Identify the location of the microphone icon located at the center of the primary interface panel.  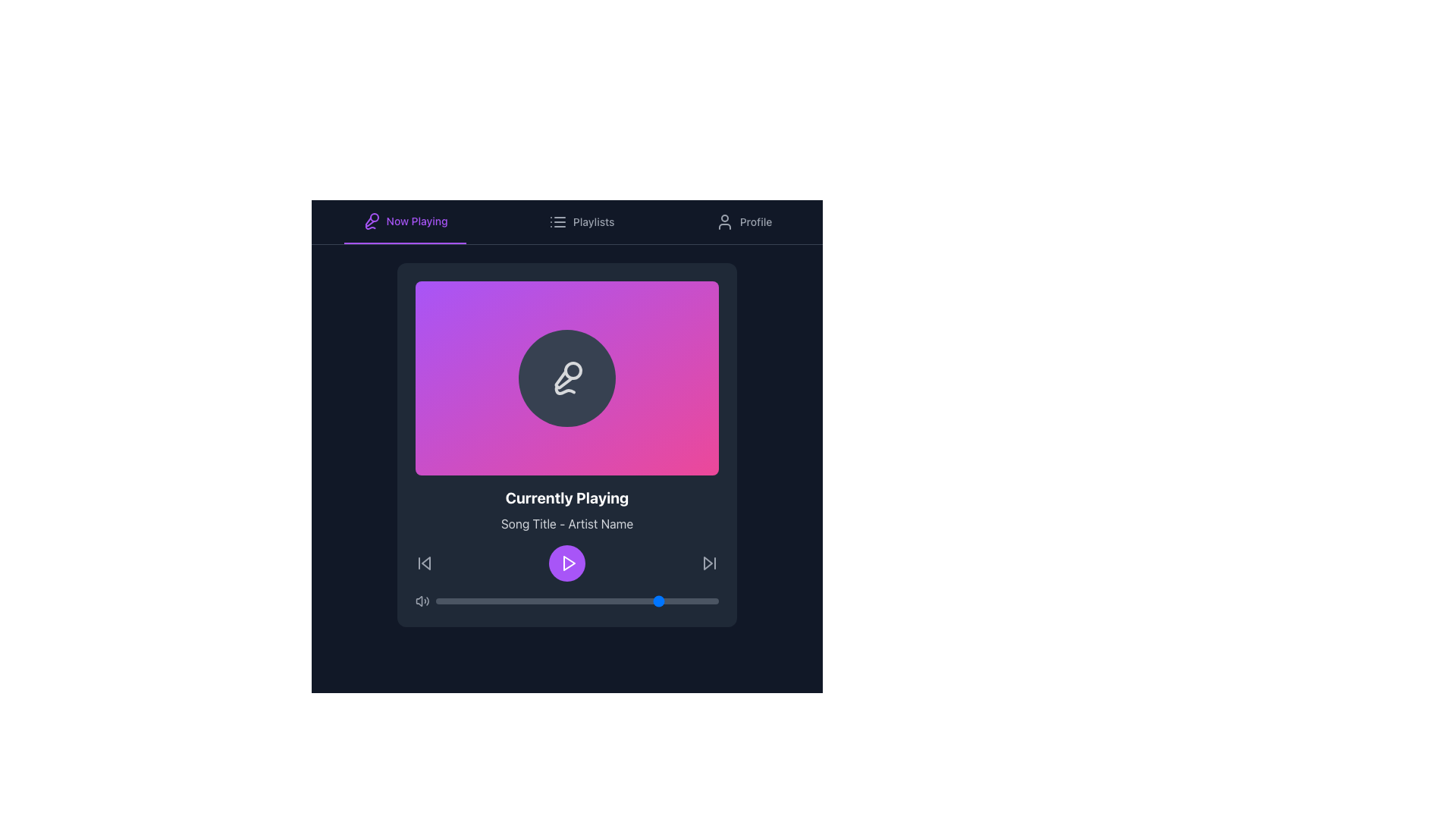
(566, 377).